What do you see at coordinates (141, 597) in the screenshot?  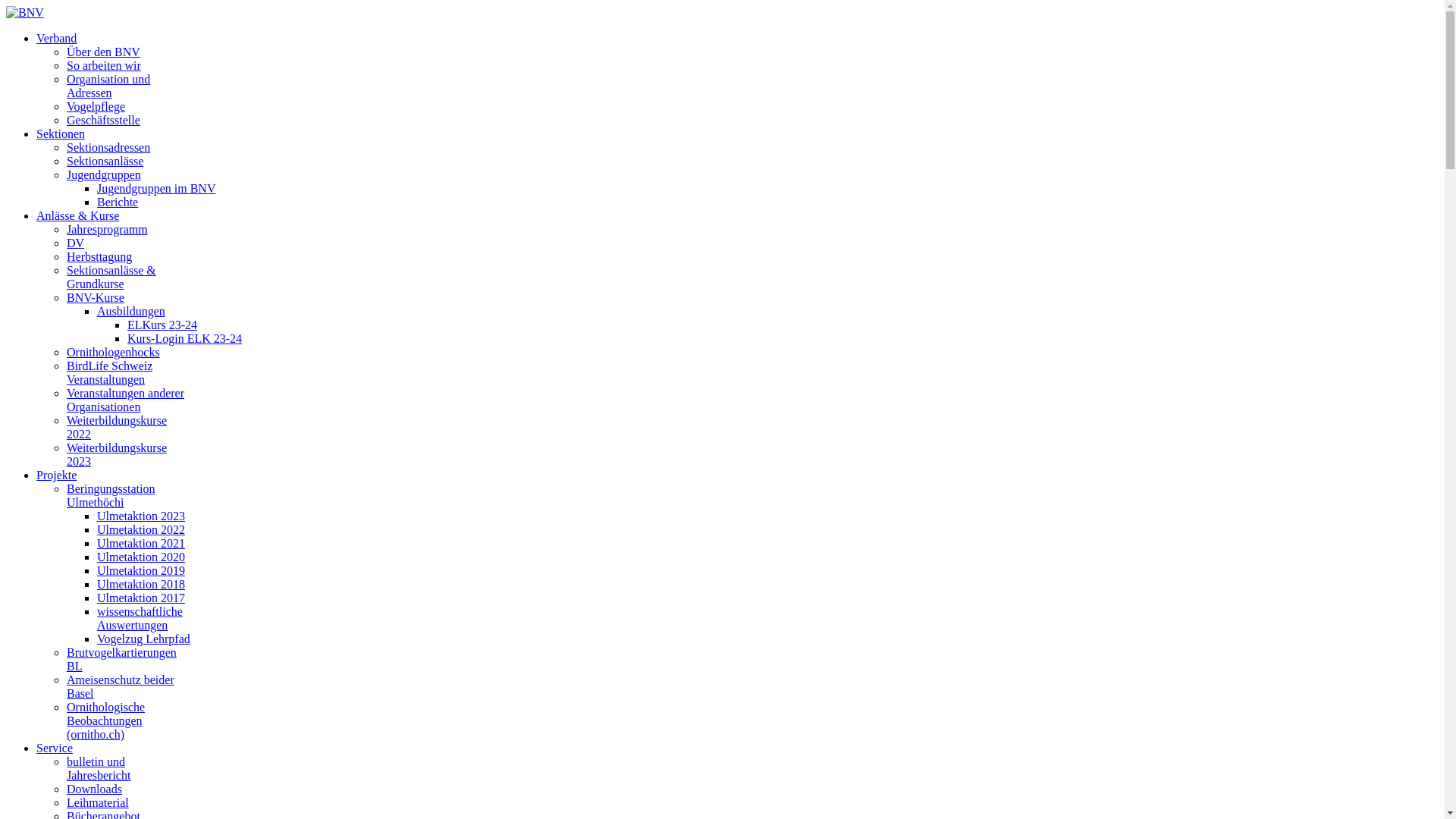 I see `'Ulmetaktion 2017'` at bounding box center [141, 597].